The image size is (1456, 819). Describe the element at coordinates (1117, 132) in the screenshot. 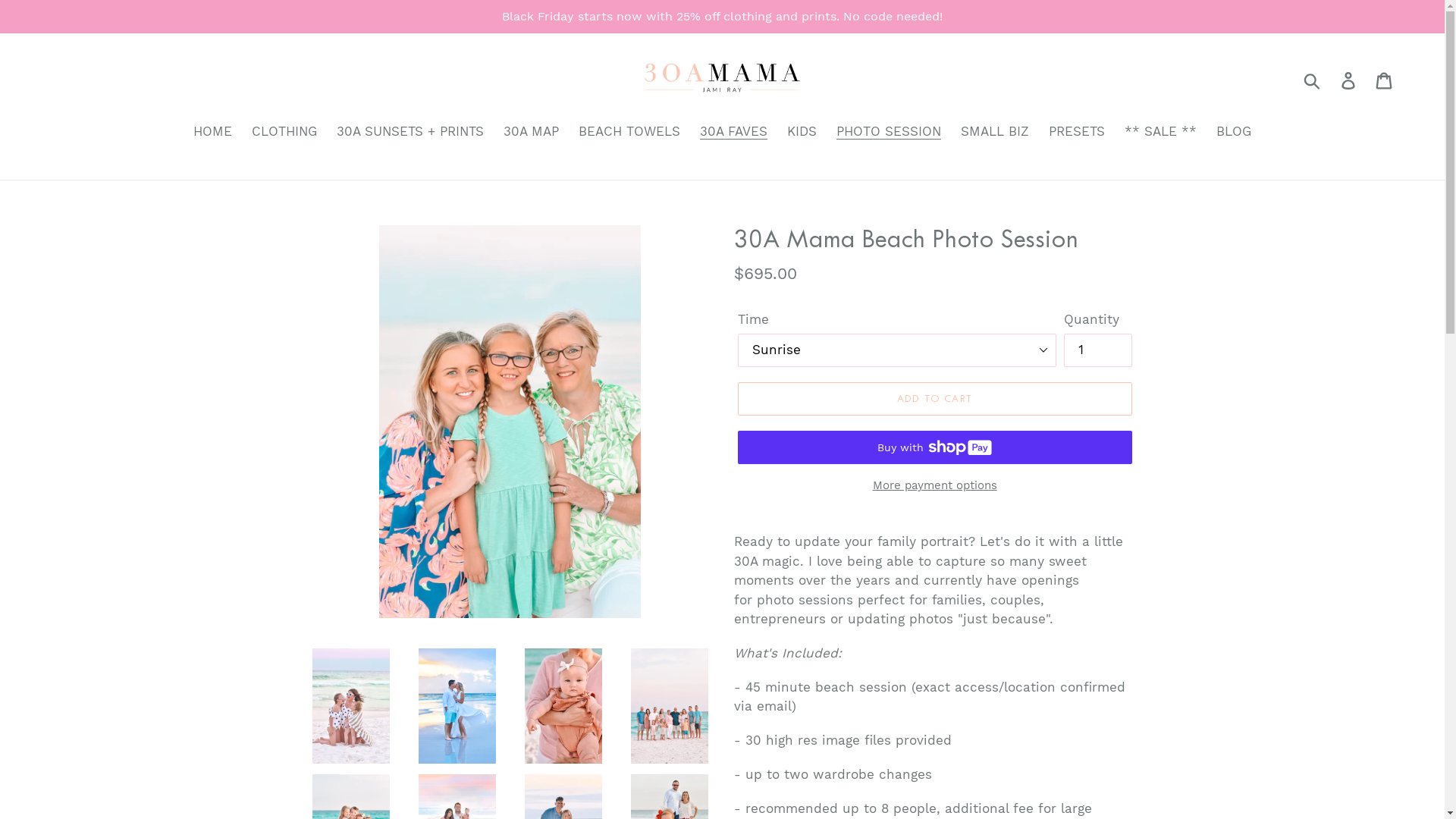

I see `'** SALE **'` at that location.